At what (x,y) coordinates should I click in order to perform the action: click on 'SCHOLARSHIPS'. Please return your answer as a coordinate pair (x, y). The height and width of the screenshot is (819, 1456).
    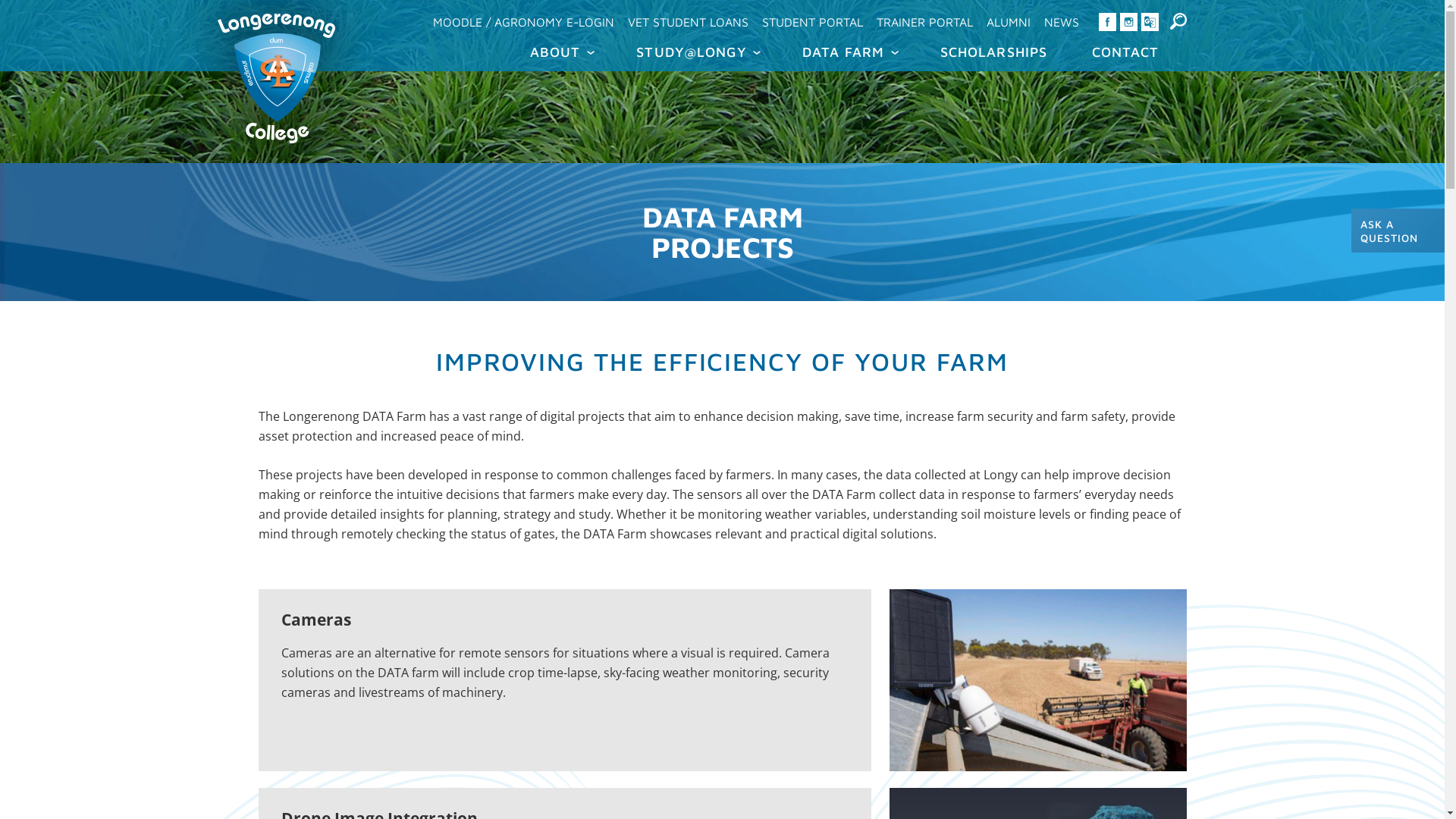
    Looking at the image, I should click on (993, 51).